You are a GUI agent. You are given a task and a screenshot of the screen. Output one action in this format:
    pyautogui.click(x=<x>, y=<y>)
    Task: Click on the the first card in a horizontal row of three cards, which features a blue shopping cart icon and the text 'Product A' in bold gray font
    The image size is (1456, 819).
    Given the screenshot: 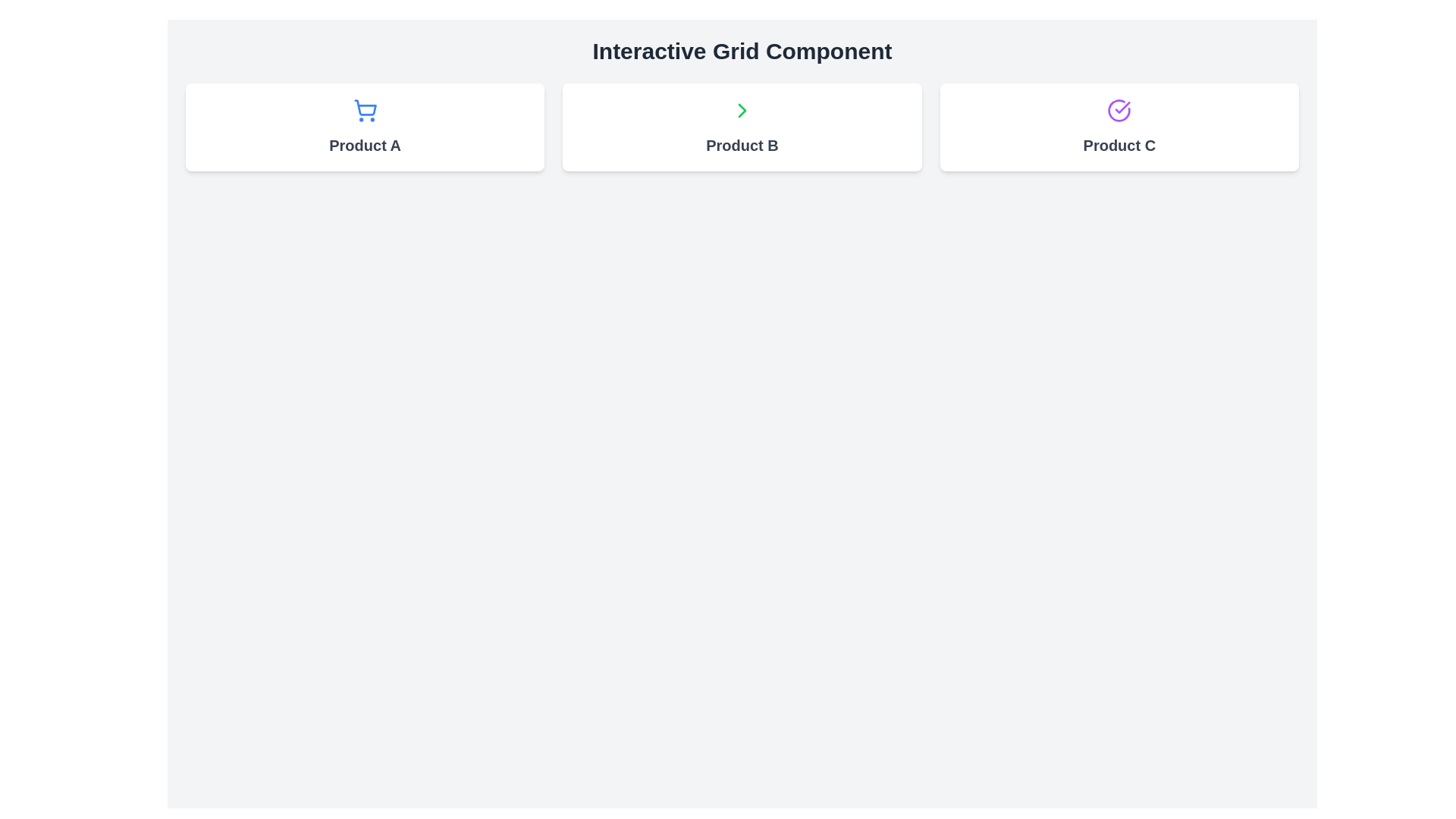 What is the action you would take?
    pyautogui.click(x=365, y=127)
    